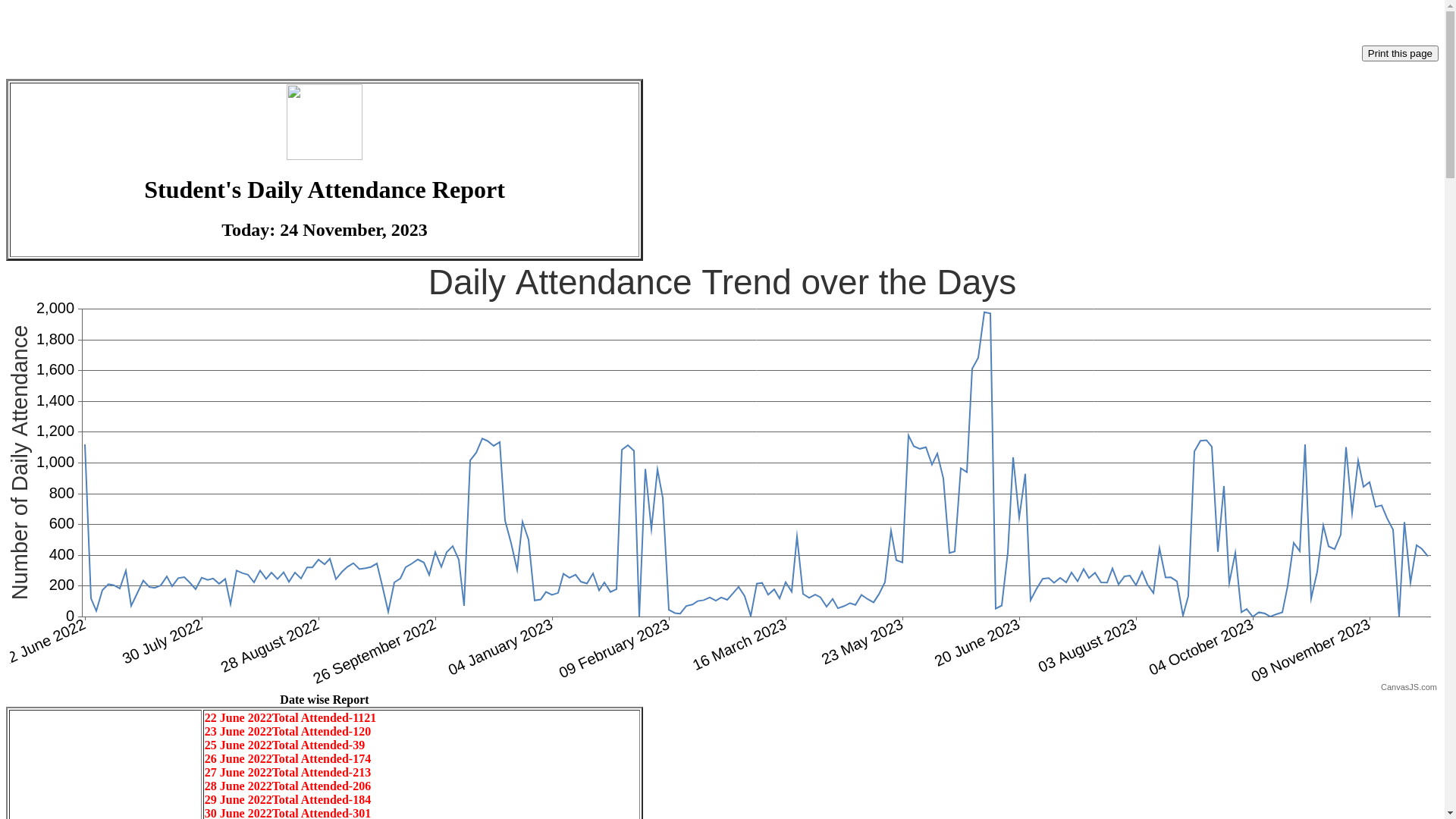 The width and height of the screenshot is (1456, 819). Describe the element at coordinates (1380, 687) in the screenshot. I see `'CanvasJS.com'` at that location.